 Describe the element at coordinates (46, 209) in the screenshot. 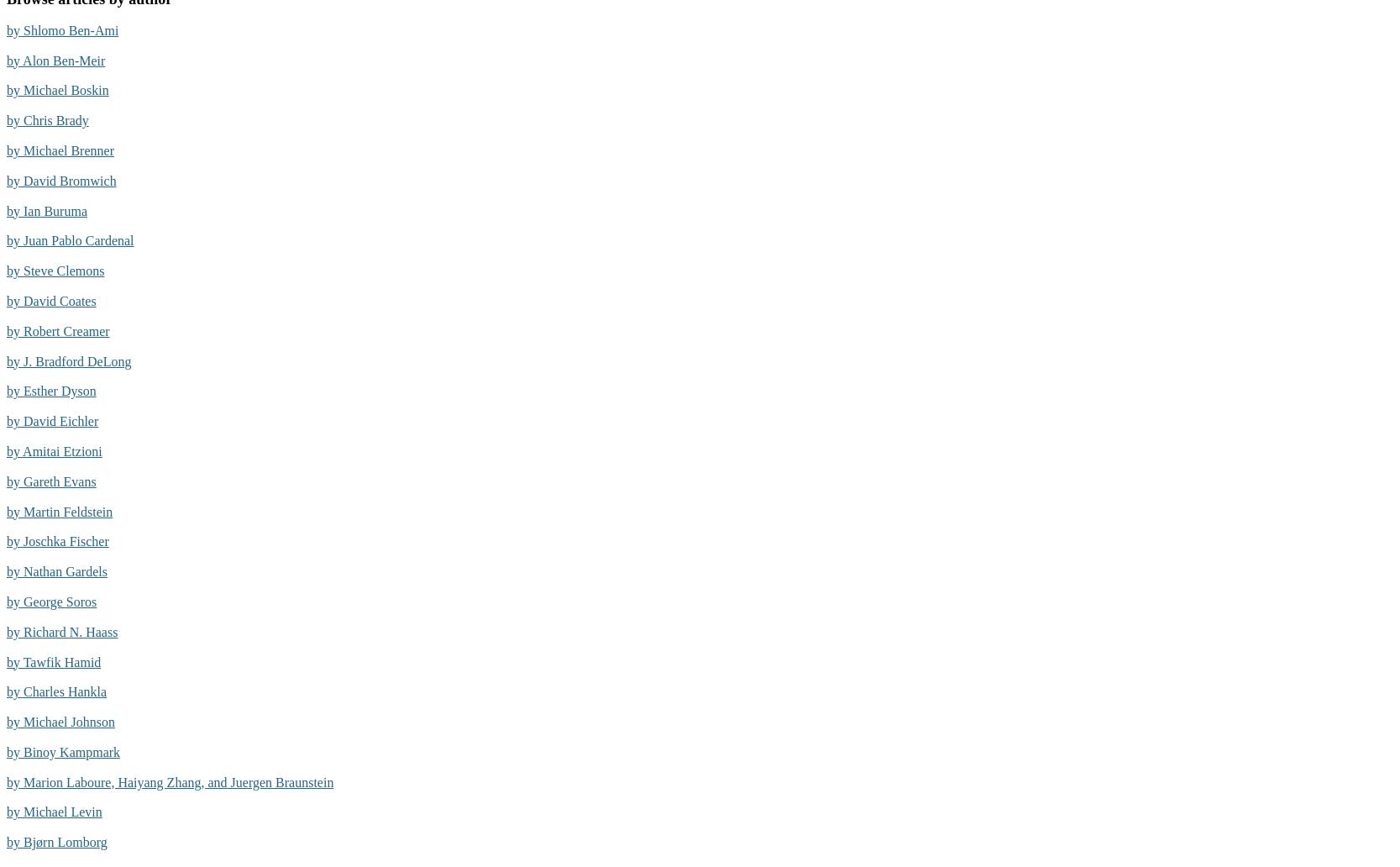

I see `'by Ian Buruma'` at that location.